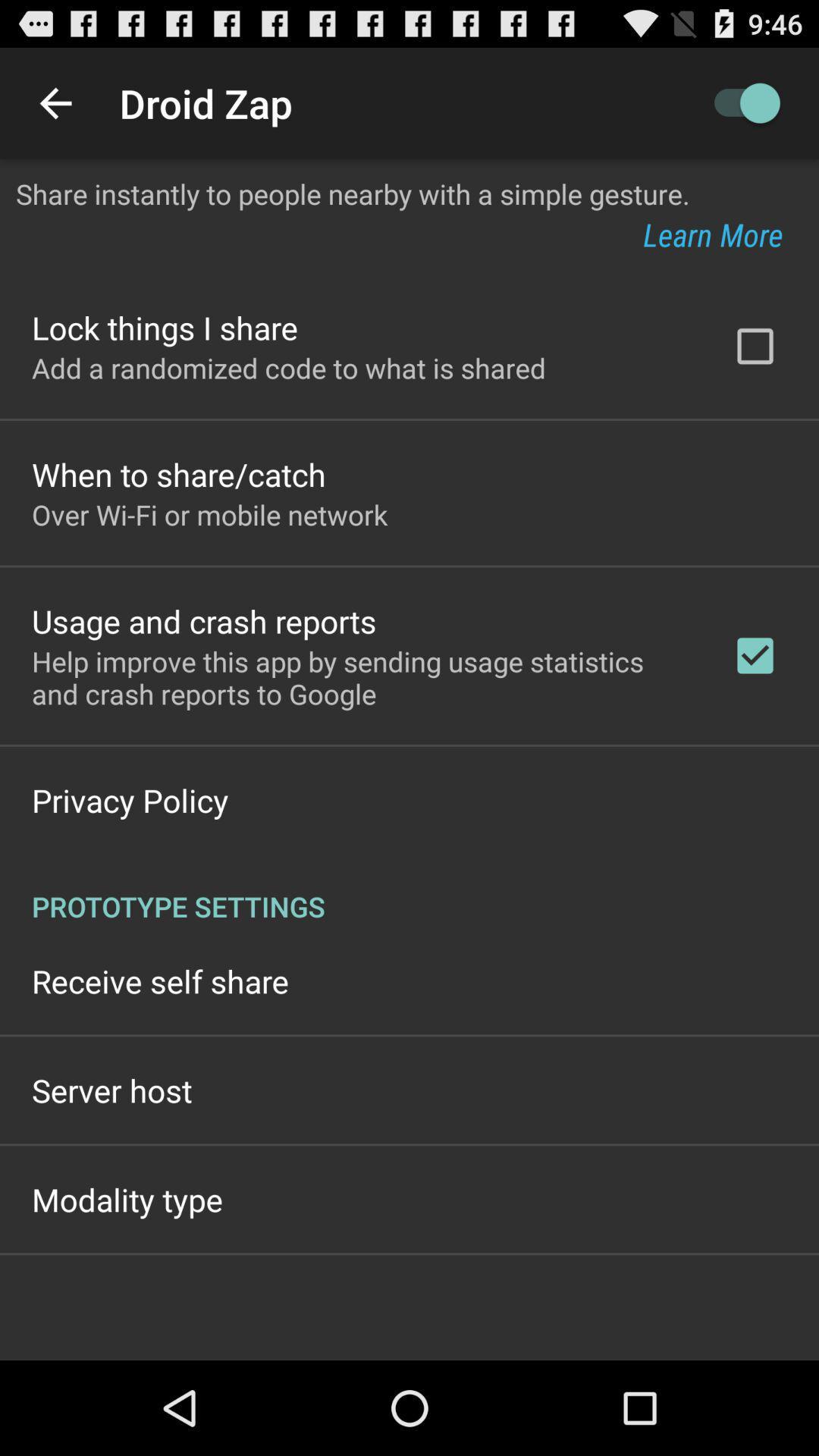 This screenshot has height=1456, width=819. What do you see at coordinates (739, 102) in the screenshot?
I see `off` at bounding box center [739, 102].